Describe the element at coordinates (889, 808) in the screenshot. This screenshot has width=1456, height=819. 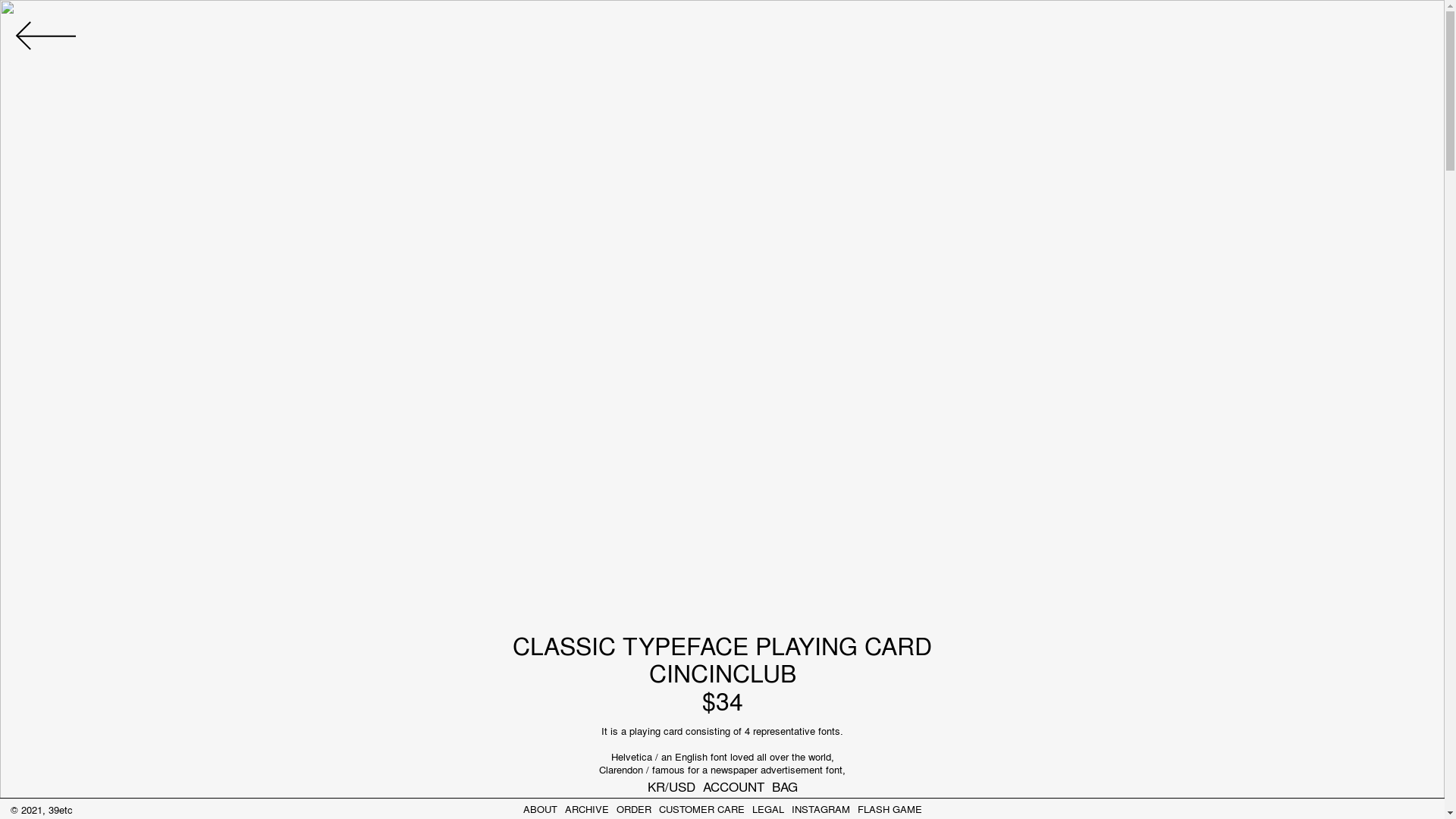
I see `'FLASH GAME'` at that location.